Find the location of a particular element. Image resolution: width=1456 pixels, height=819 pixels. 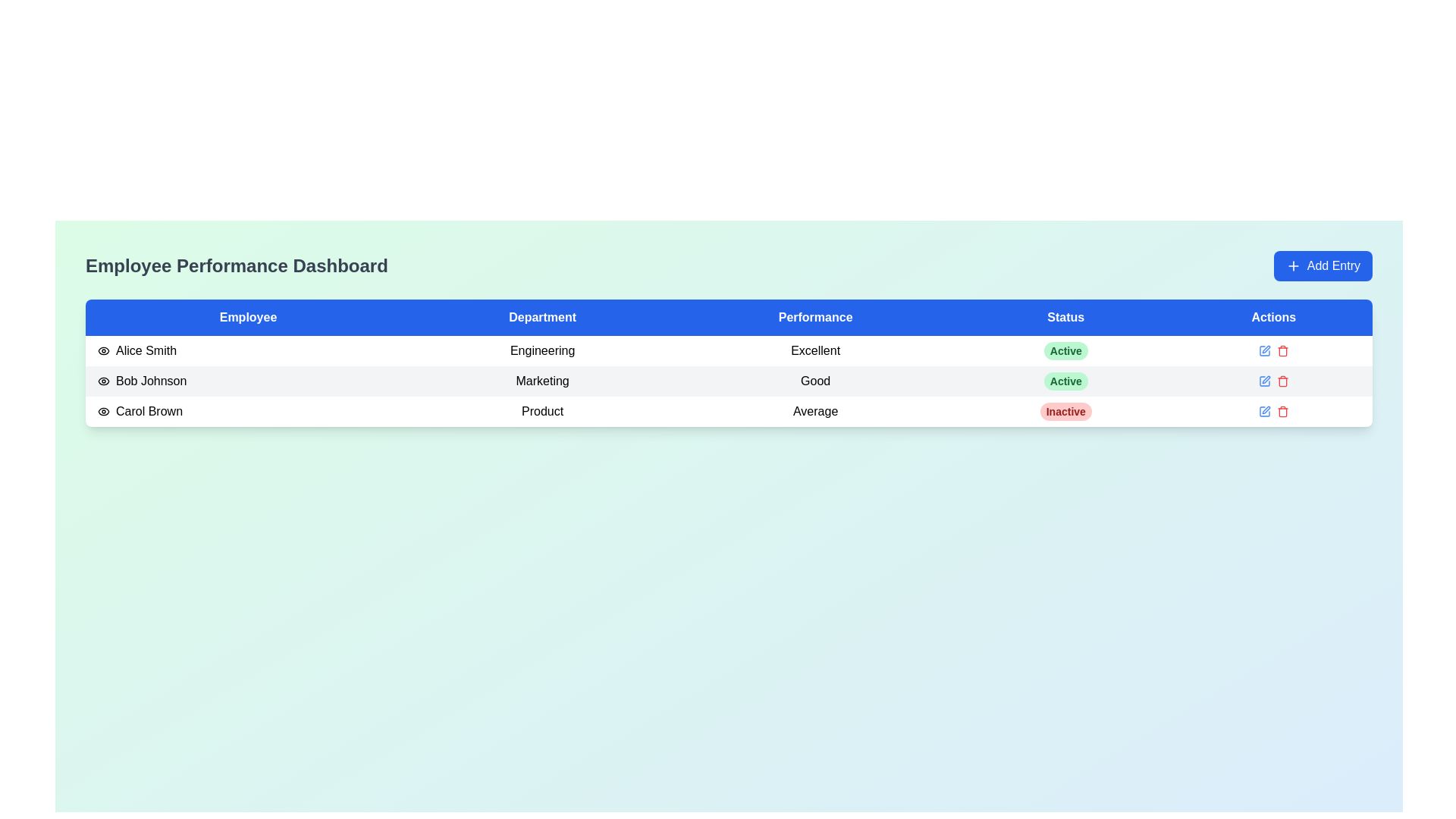

the edit icon button located in the 'Actions' column of the table row for user 'Carol Brown' to initiate the edit action is located at coordinates (1266, 350).